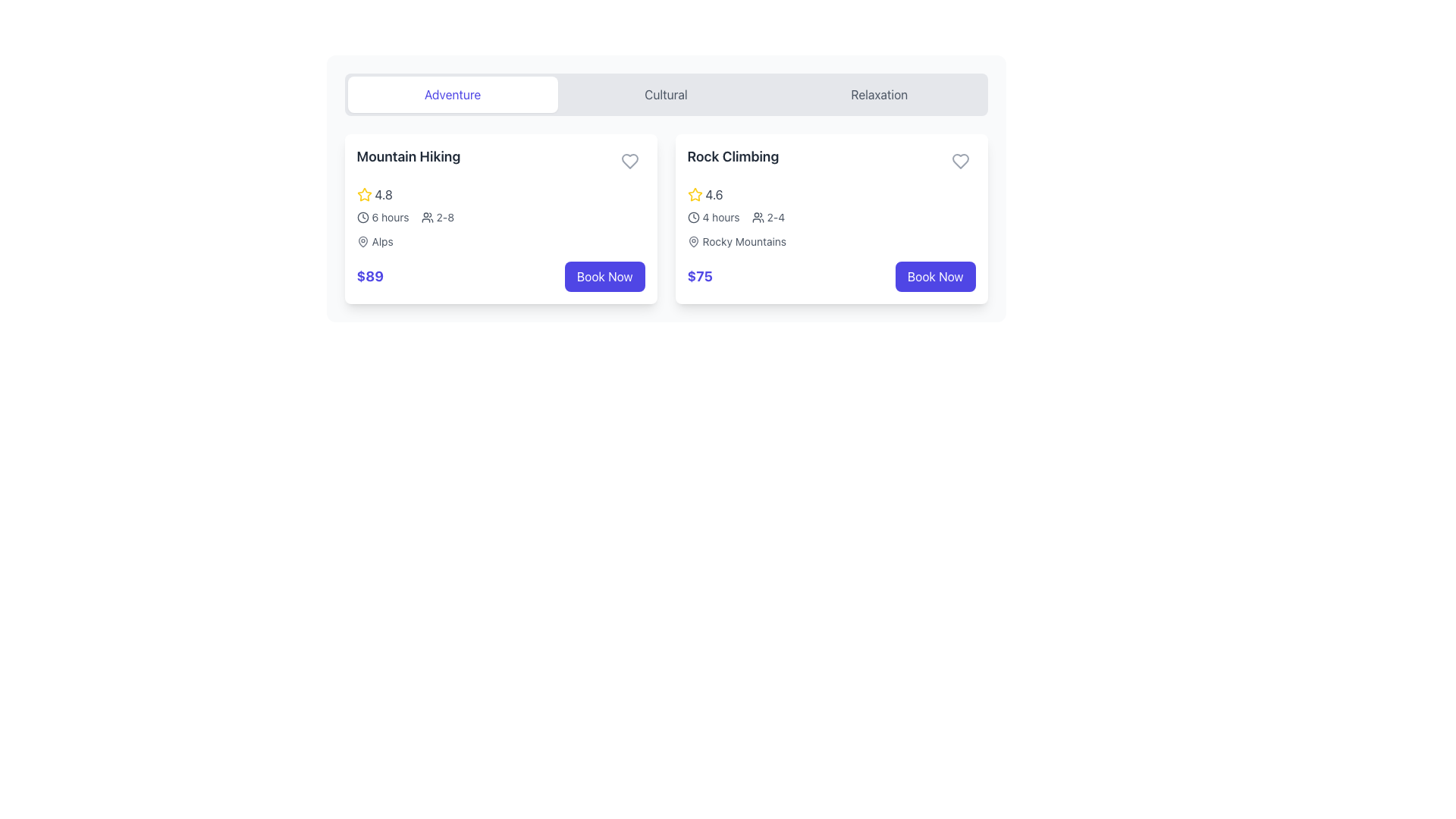 The height and width of the screenshot is (819, 1456). What do you see at coordinates (720, 217) in the screenshot?
I see `the text label displaying '4 hours' located next to the clock icon in the card titled 'Rock Climbing'` at bounding box center [720, 217].